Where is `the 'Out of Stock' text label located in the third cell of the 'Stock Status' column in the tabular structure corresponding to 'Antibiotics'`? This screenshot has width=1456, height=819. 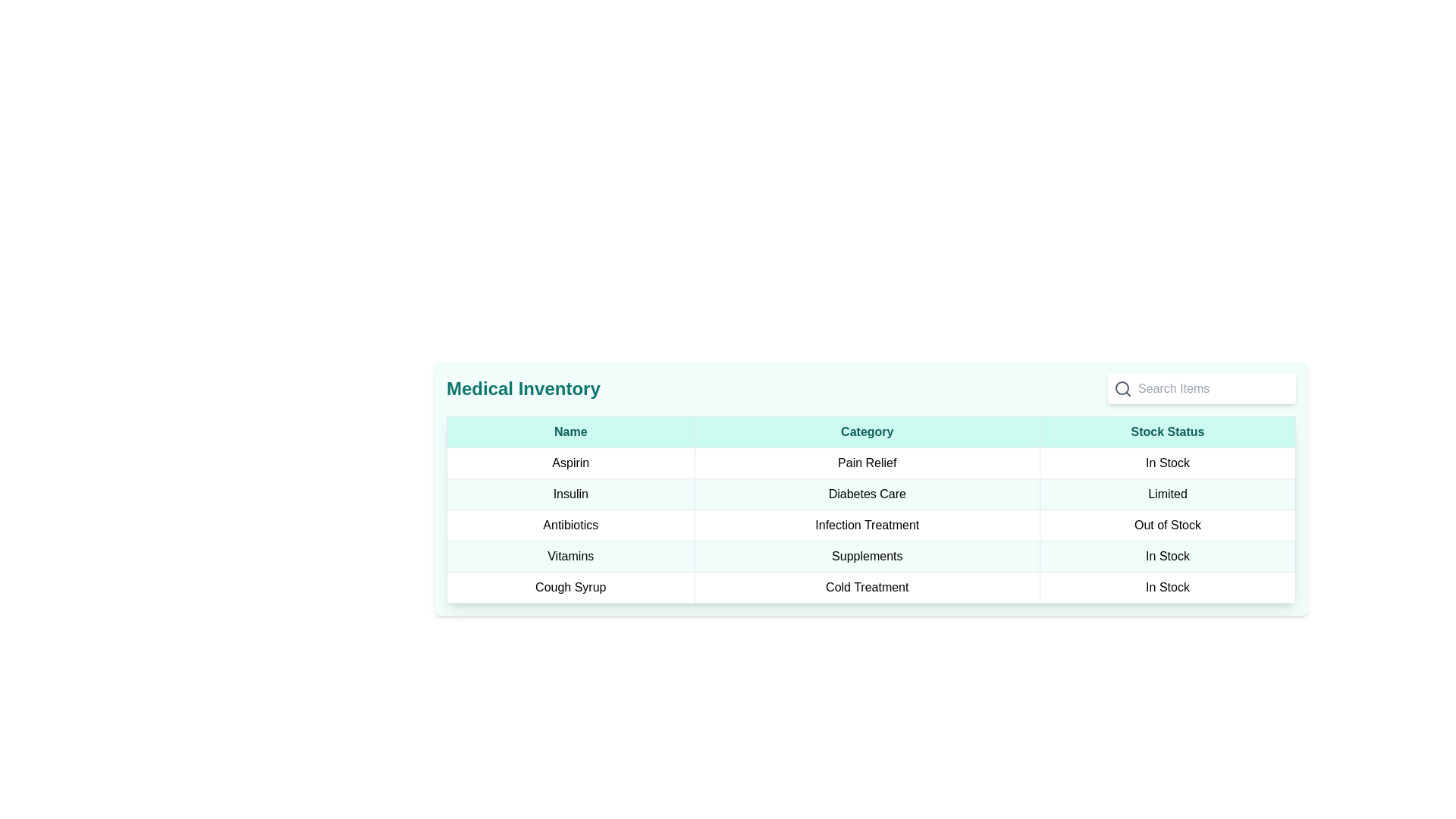 the 'Out of Stock' text label located in the third cell of the 'Stock Status' column in the tabular structure corresponding to 'Antibiotics' is located at coordinates (1167, 525).